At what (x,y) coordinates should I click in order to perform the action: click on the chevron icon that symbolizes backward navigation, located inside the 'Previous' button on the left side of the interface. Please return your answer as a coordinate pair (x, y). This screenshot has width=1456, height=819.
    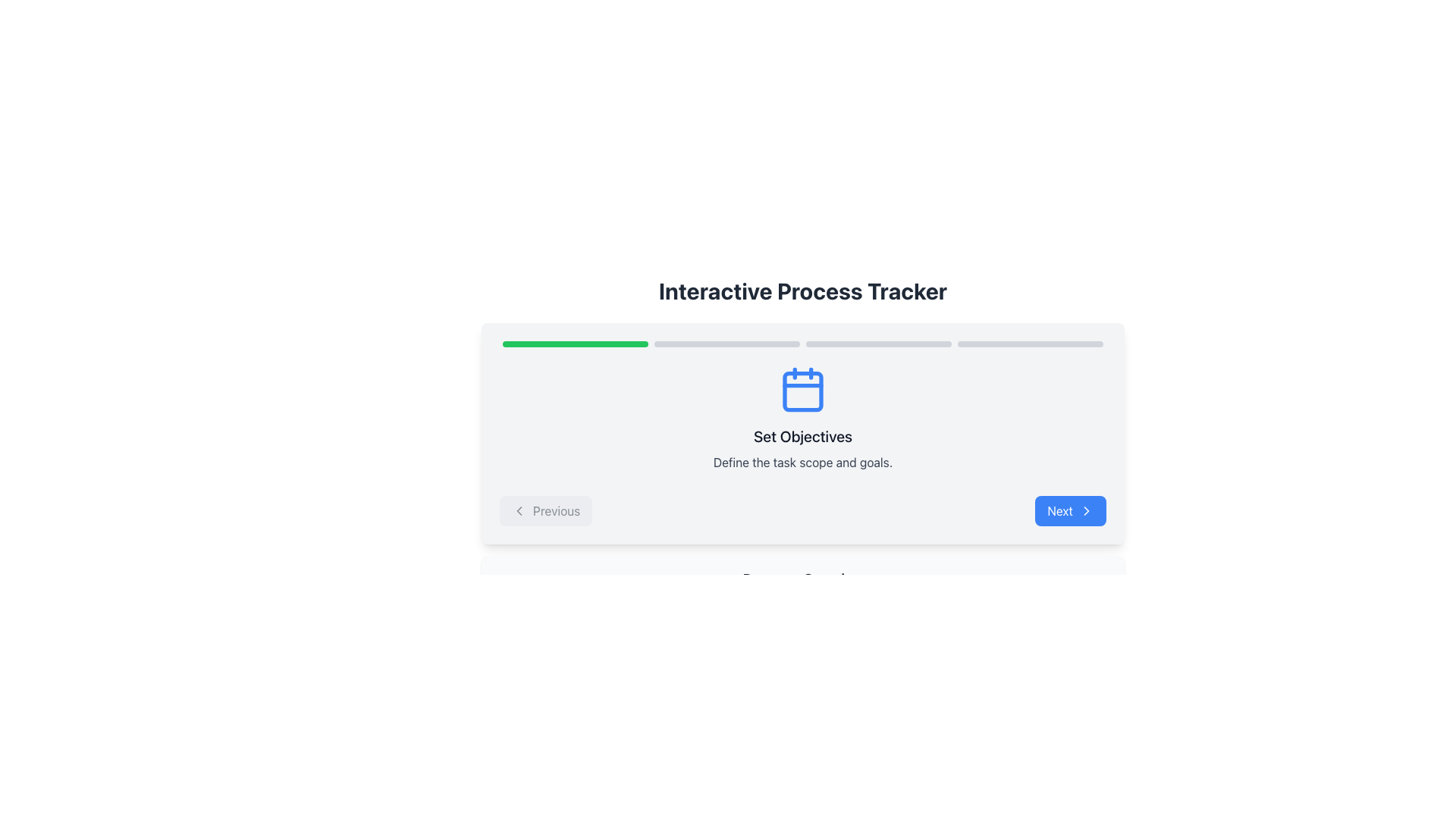
    Looking at the image, I should click on (519, 511).